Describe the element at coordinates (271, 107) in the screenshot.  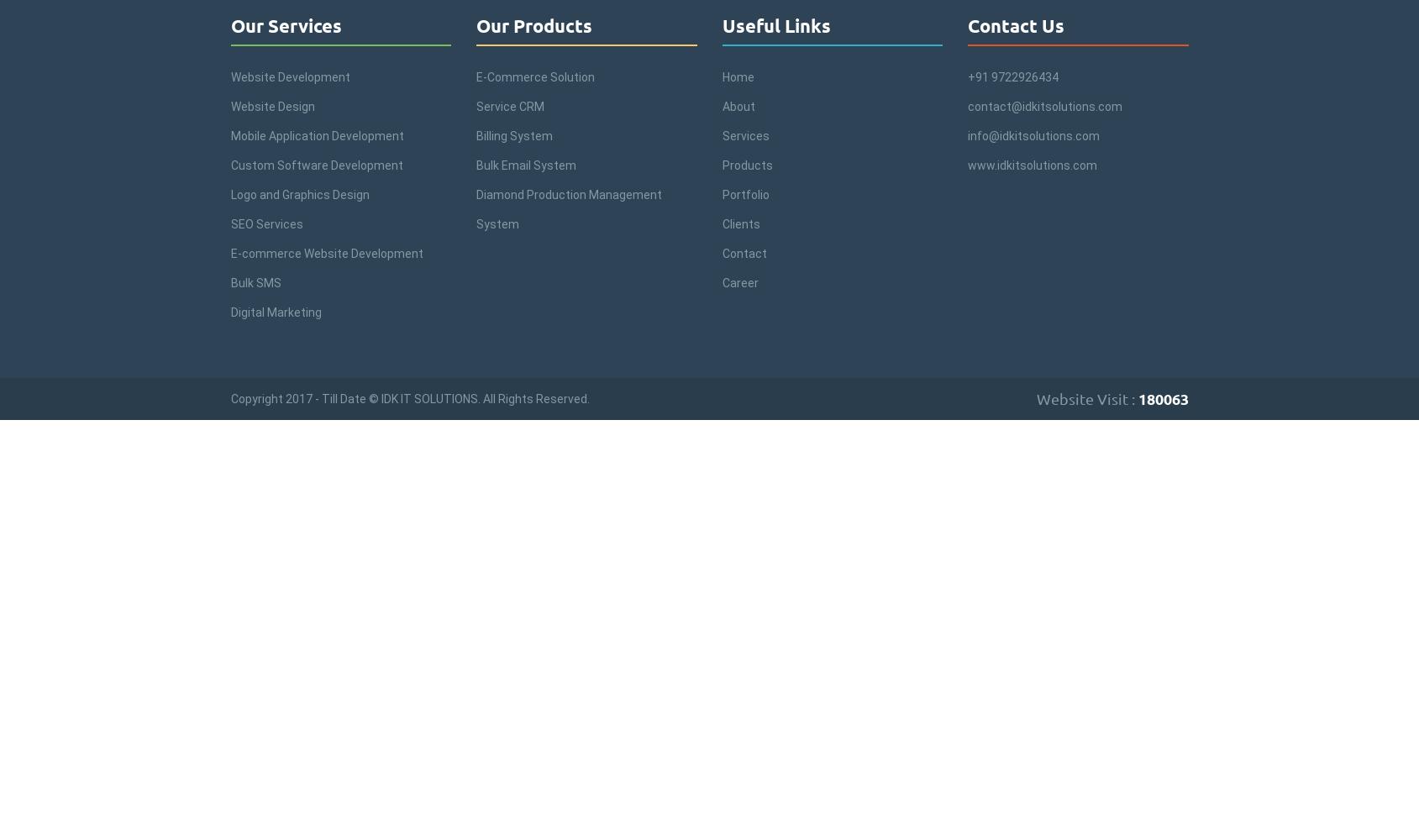
I see `'Website Design'` at that location.